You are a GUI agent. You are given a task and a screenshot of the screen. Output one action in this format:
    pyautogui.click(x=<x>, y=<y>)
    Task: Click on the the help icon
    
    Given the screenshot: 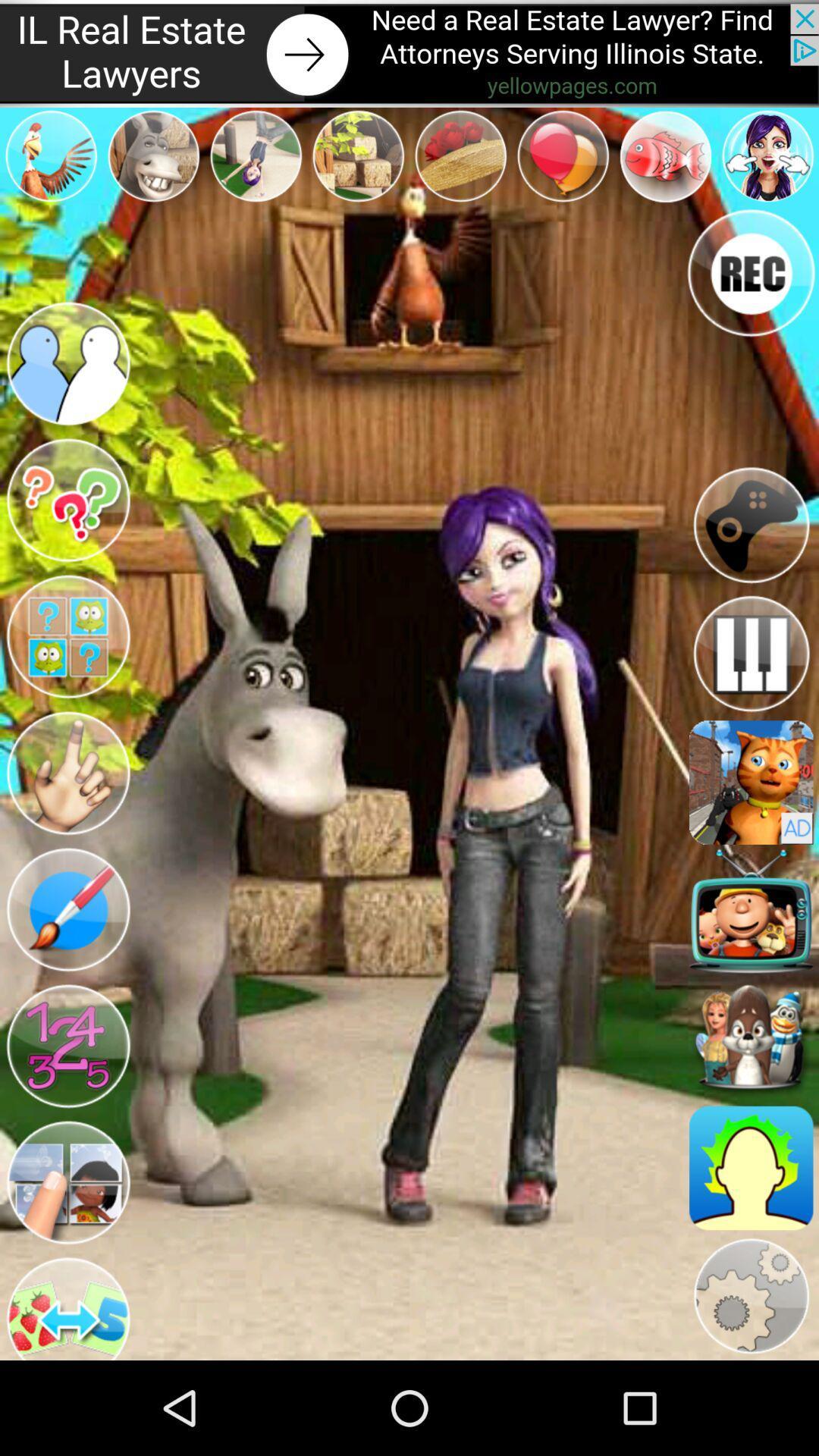 What is the action you would take?
    pyautogui.click(x=67, y=535)
    